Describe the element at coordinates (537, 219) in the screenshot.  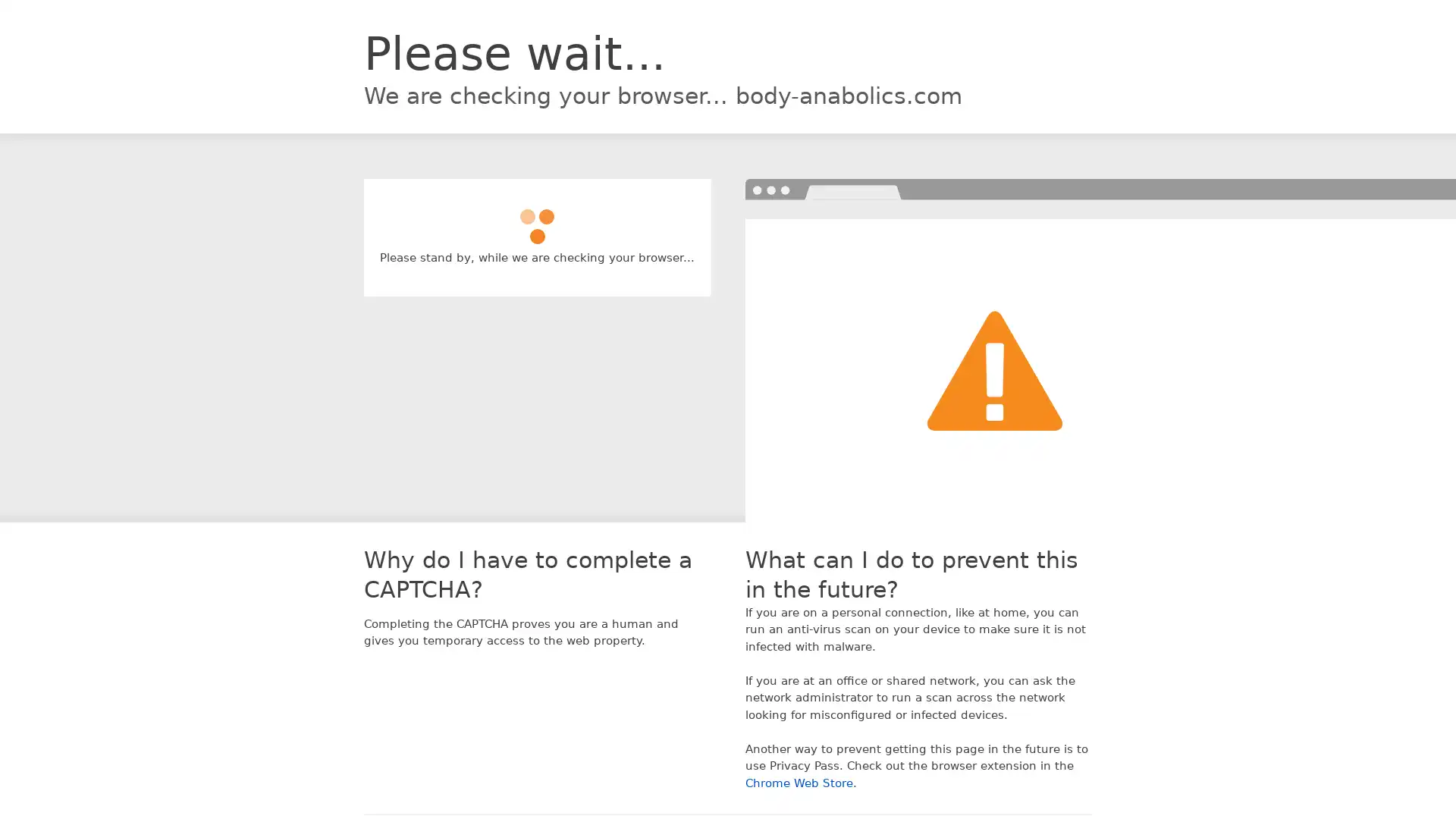
I see `Verify I am not a bot` at that location.